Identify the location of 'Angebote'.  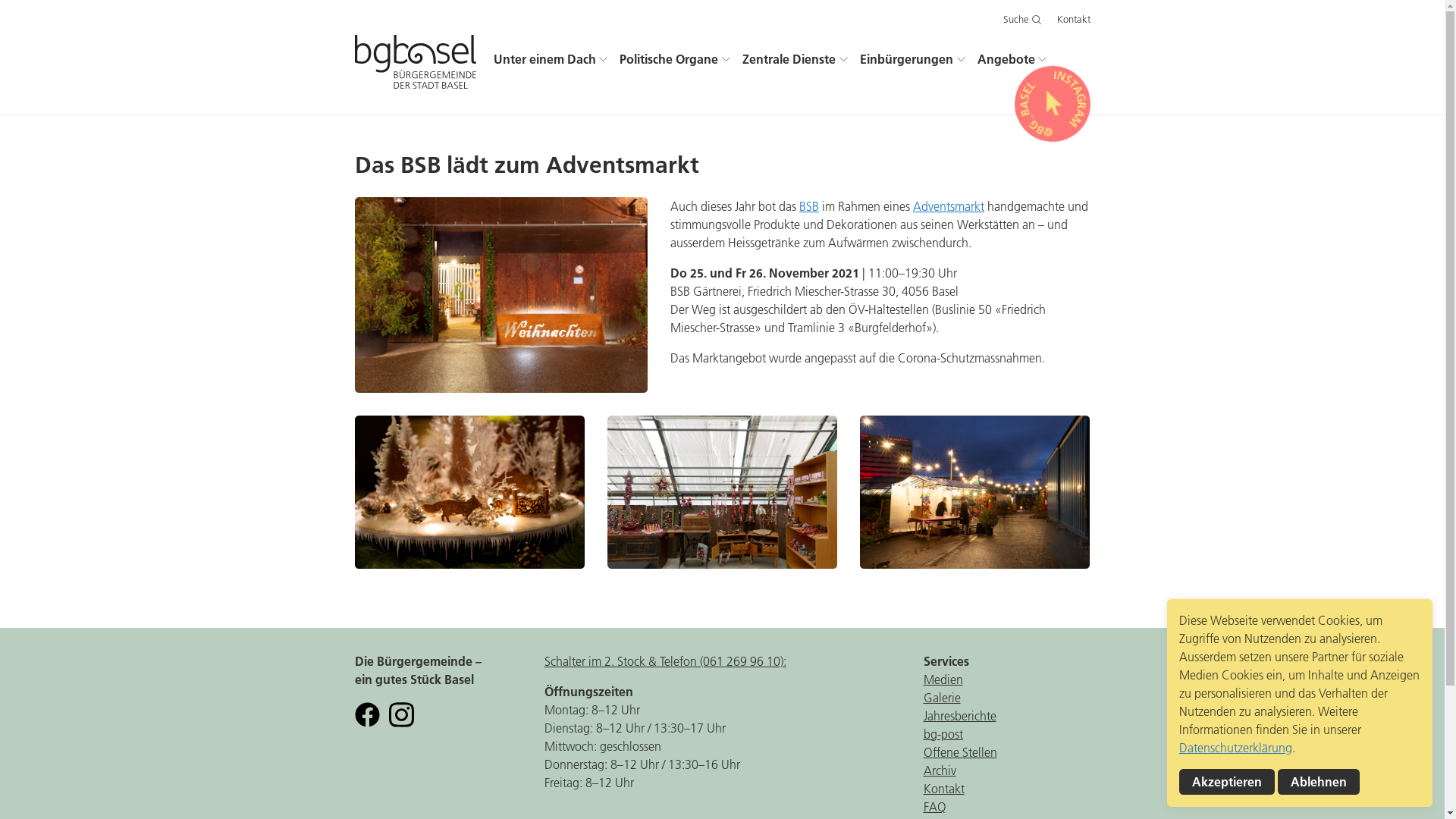
(1012, 58).